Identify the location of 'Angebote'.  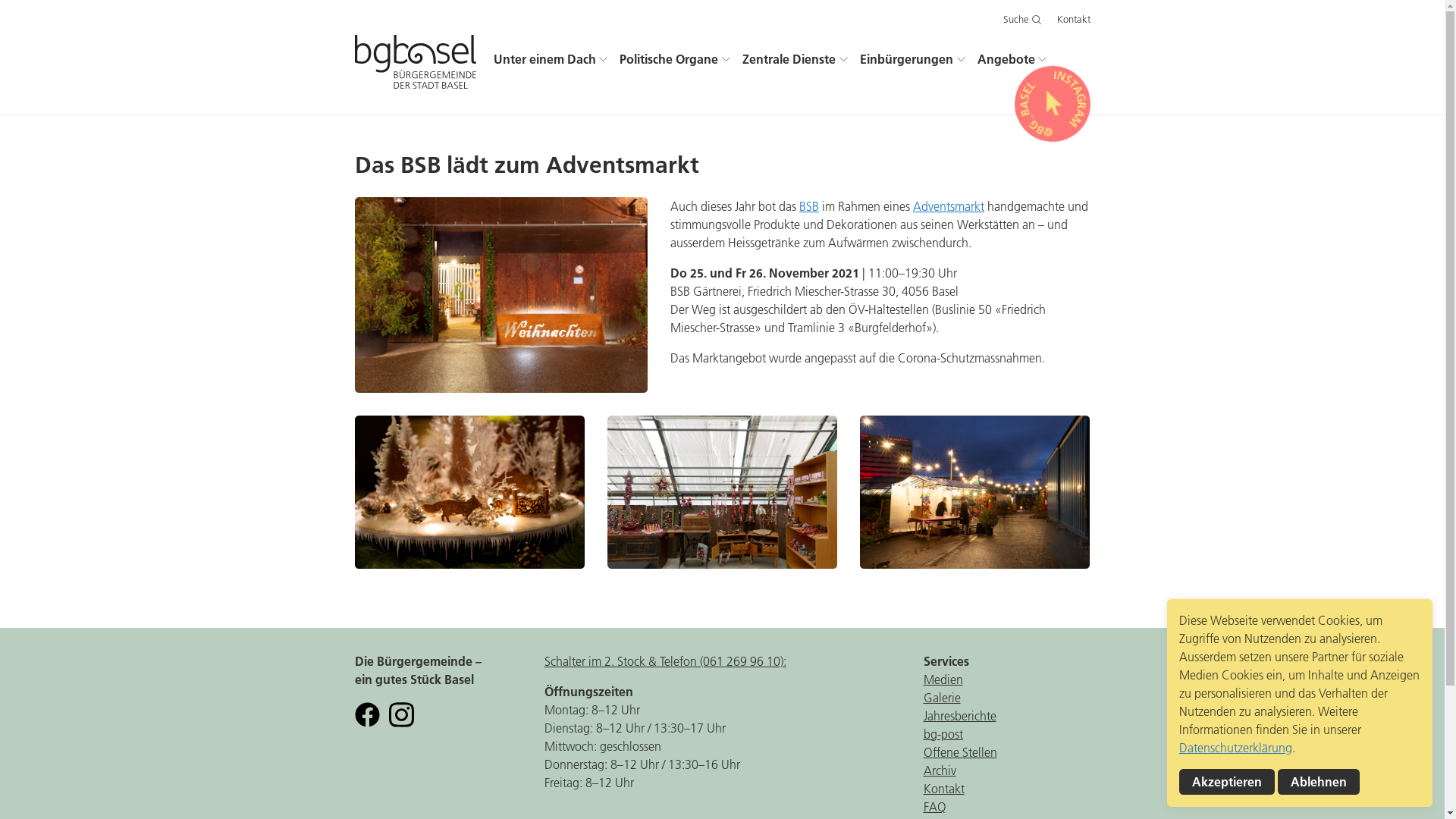
(1012, 58).